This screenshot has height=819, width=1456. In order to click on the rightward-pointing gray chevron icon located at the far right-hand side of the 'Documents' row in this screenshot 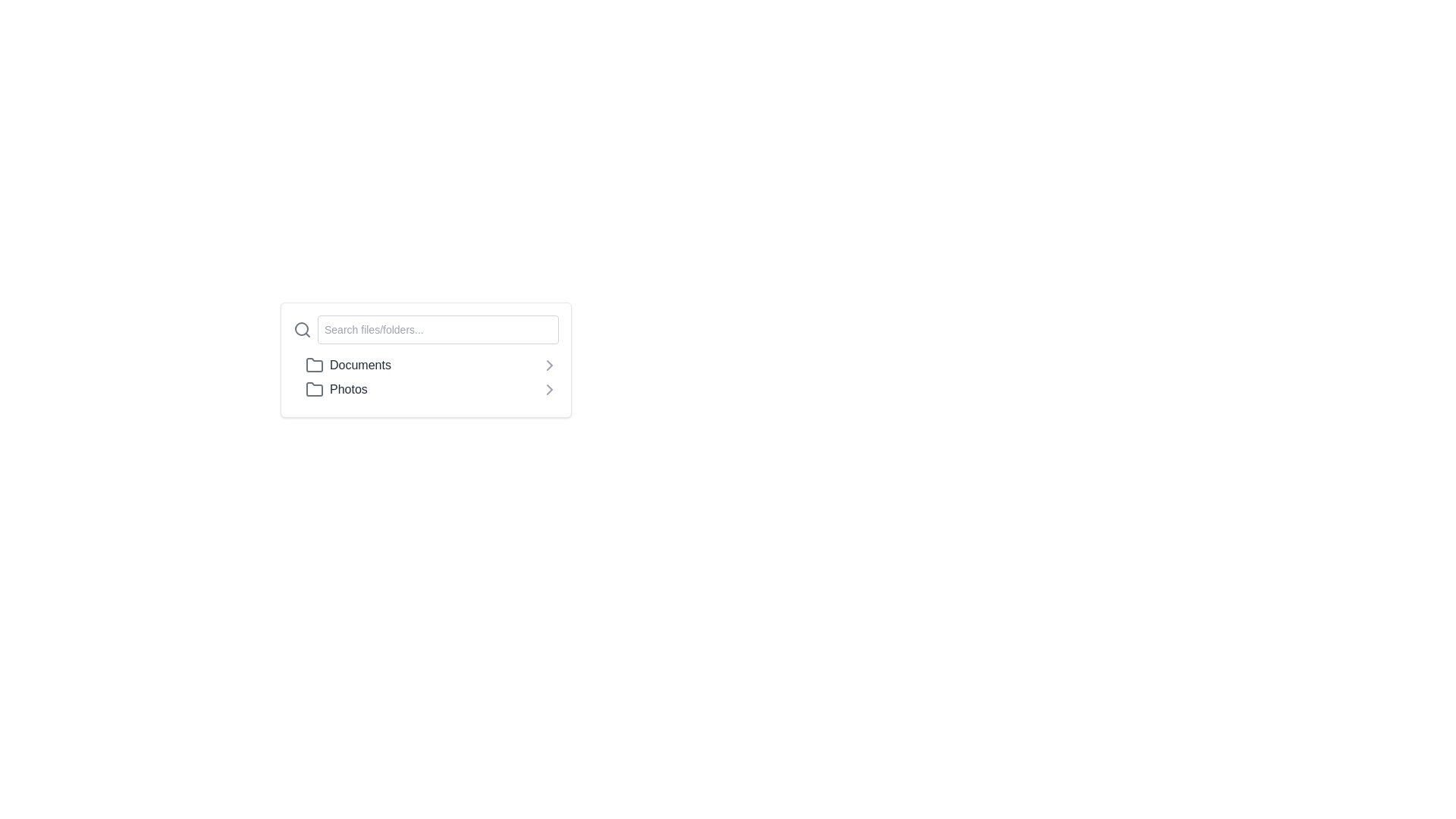, I will do `click(548, 366)`.